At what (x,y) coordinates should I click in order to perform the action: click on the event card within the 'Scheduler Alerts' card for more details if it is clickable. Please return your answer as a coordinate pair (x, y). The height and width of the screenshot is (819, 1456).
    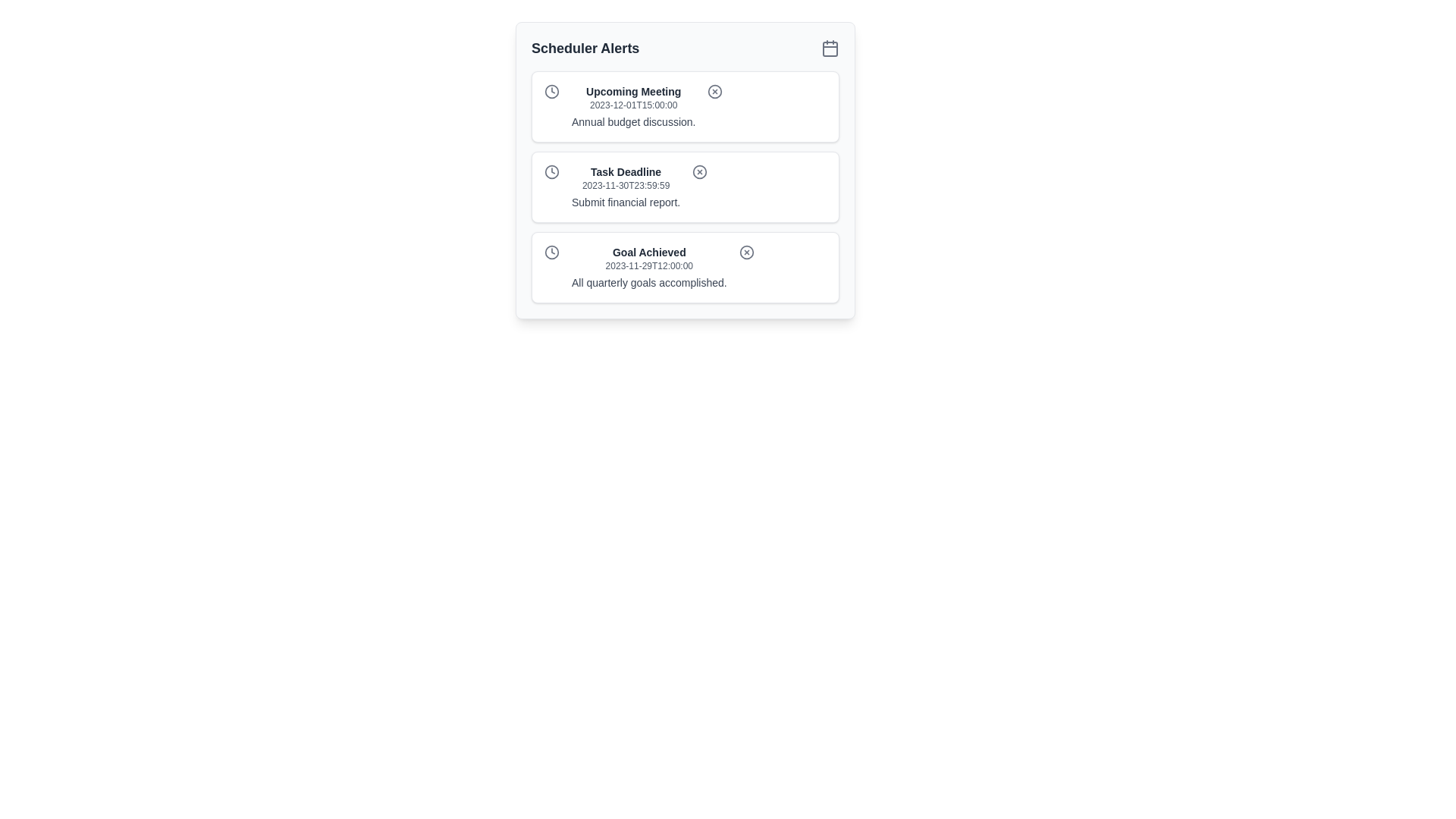
    Looking at the image, I should click on (684, 170).